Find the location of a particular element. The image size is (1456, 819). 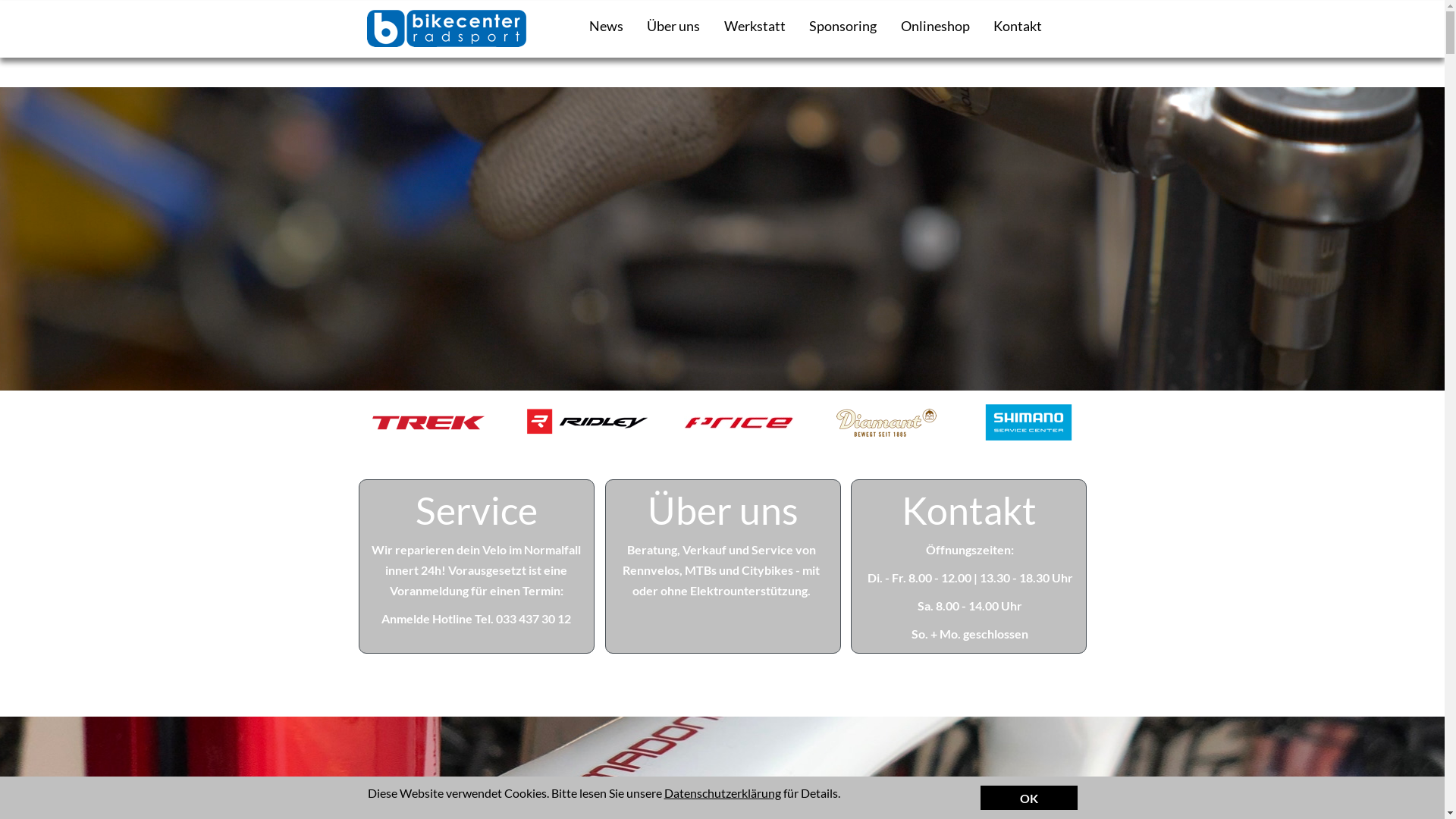

'Anmelde Hotline Tel. 033 437 30 12' is located at coordinates (475, 618).